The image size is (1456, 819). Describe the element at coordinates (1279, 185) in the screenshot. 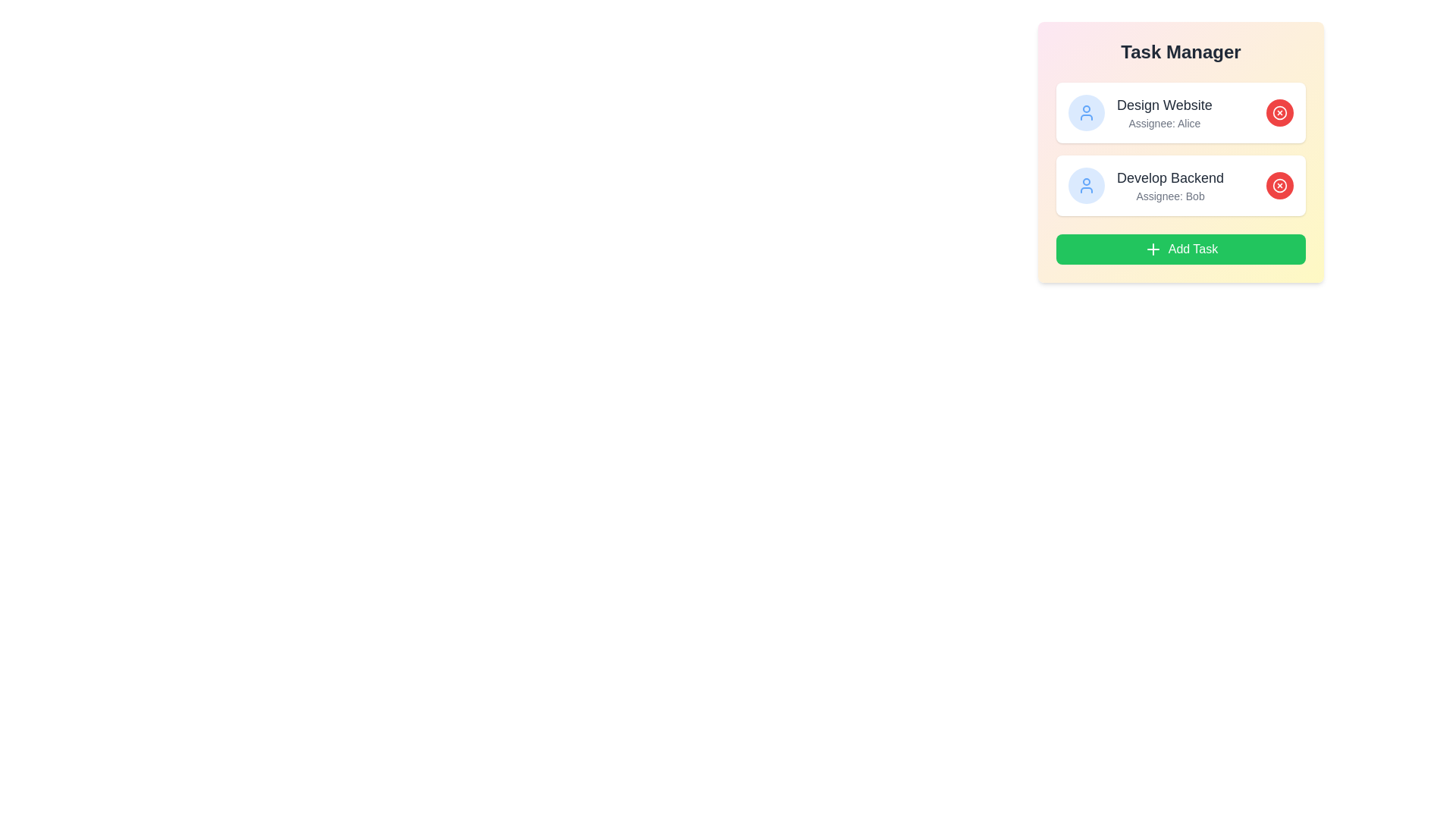

I see `the circular red button with a white 'X' icon` at that location.